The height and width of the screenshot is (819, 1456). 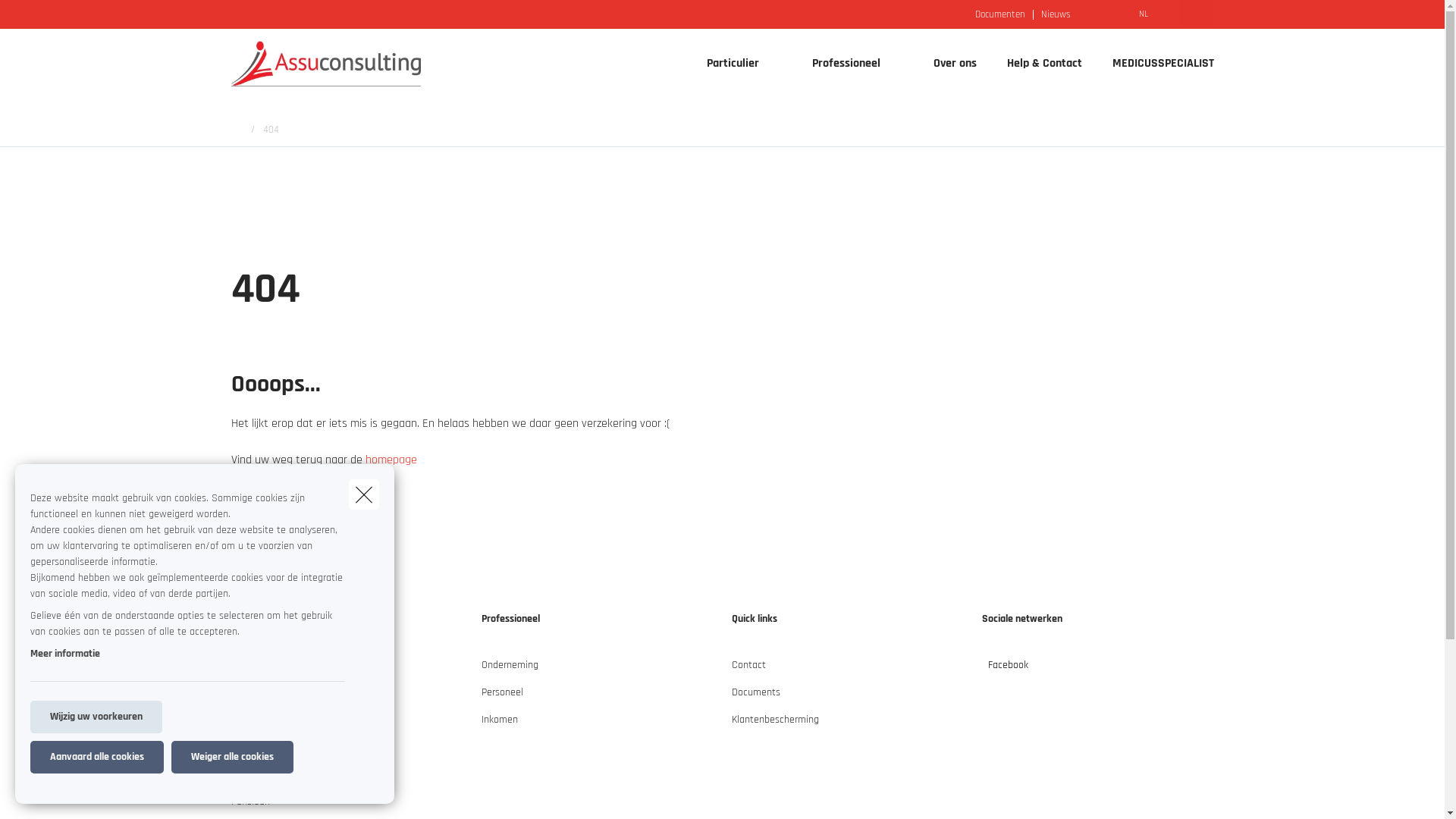 I want to click on 'Over ons', so click(x=953, y=63).